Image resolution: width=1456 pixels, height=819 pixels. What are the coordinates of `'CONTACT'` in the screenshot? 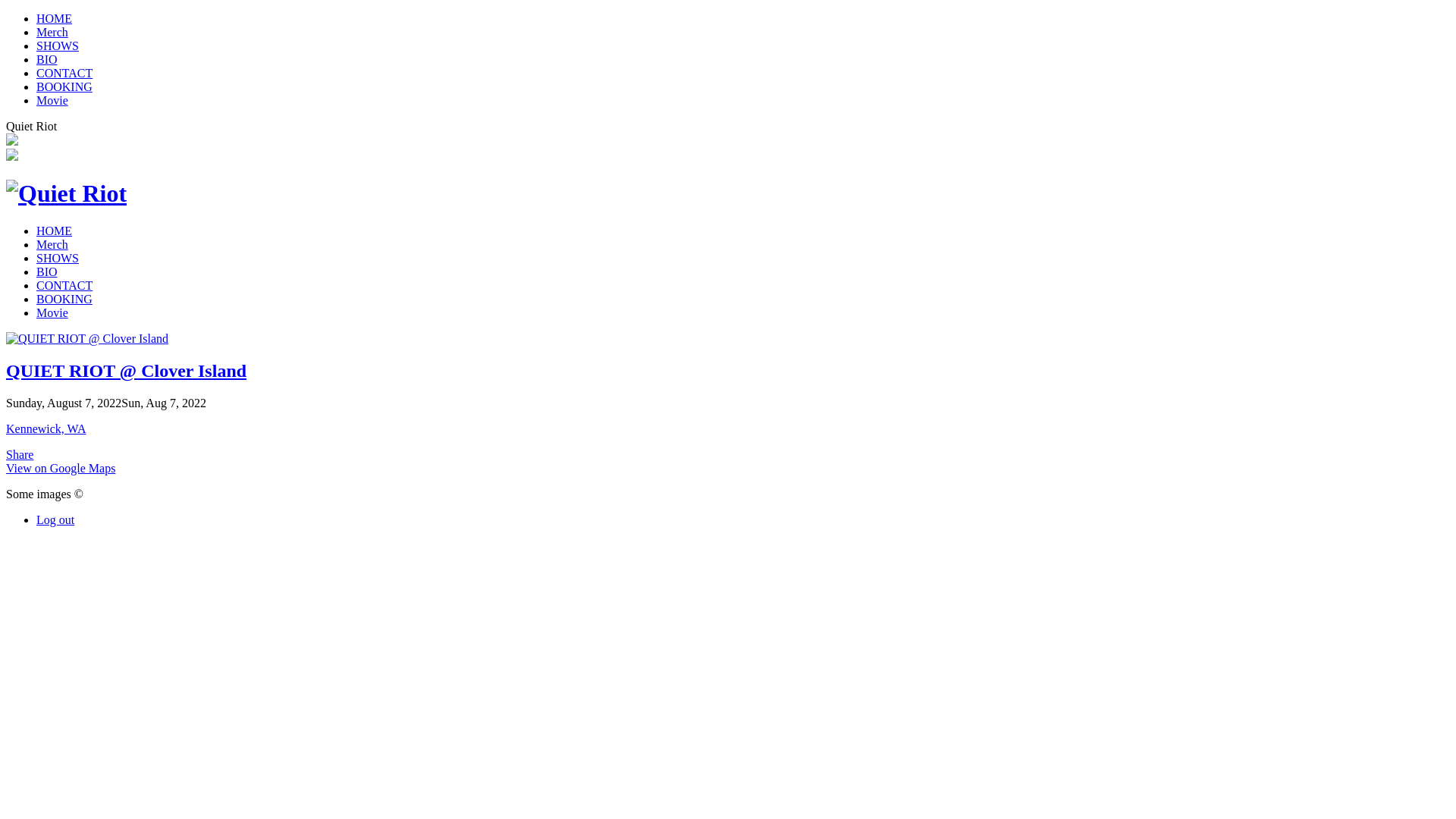 It's located at (64, 285).